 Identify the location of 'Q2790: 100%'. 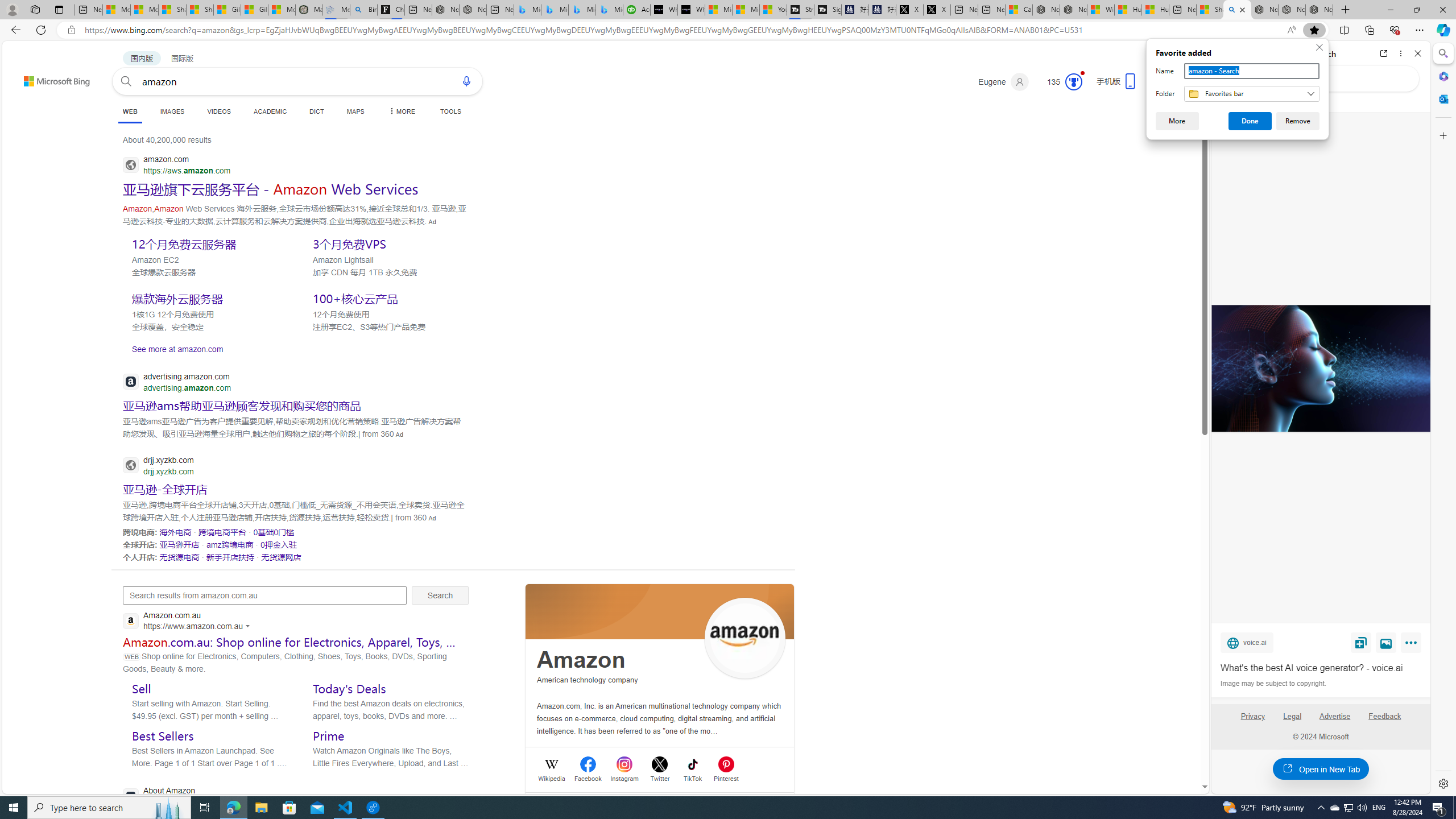
(1361, 806).